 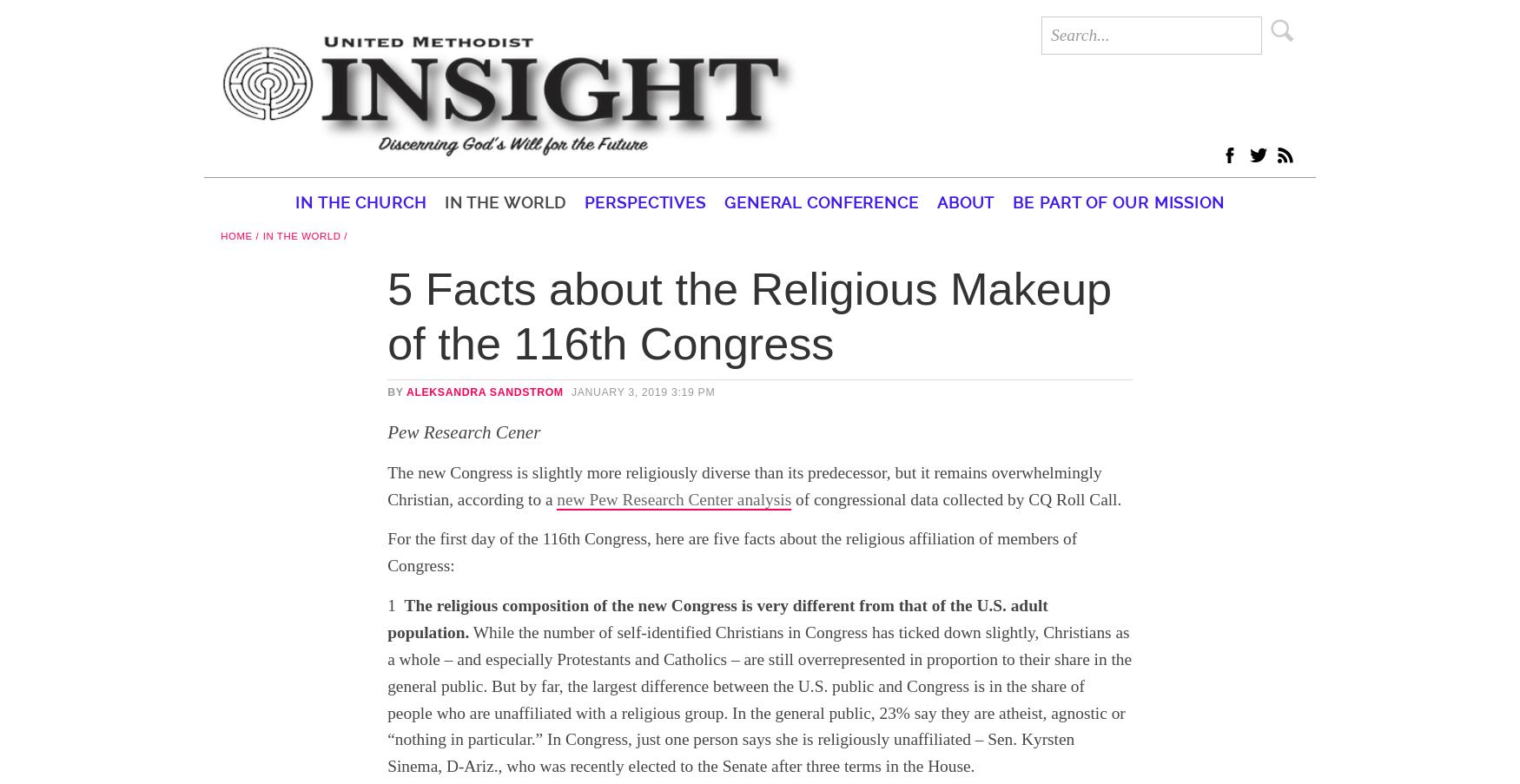 I want to click on 'Pew Research Cener', so click(x=462, y=432).